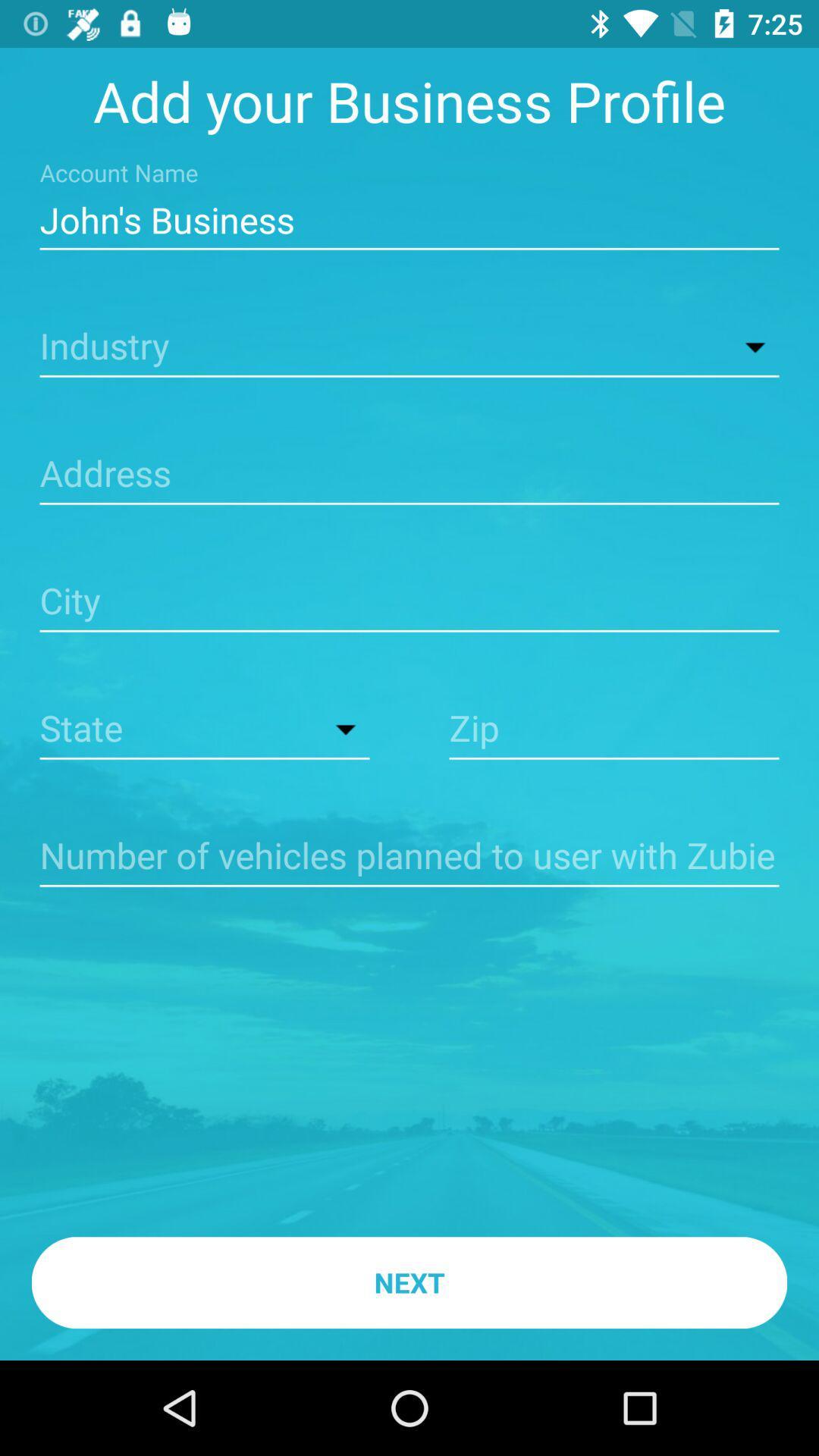 Image resolution: width=819 pixels, height=1456 pixels. I want to click on city name, so click(409, 602).